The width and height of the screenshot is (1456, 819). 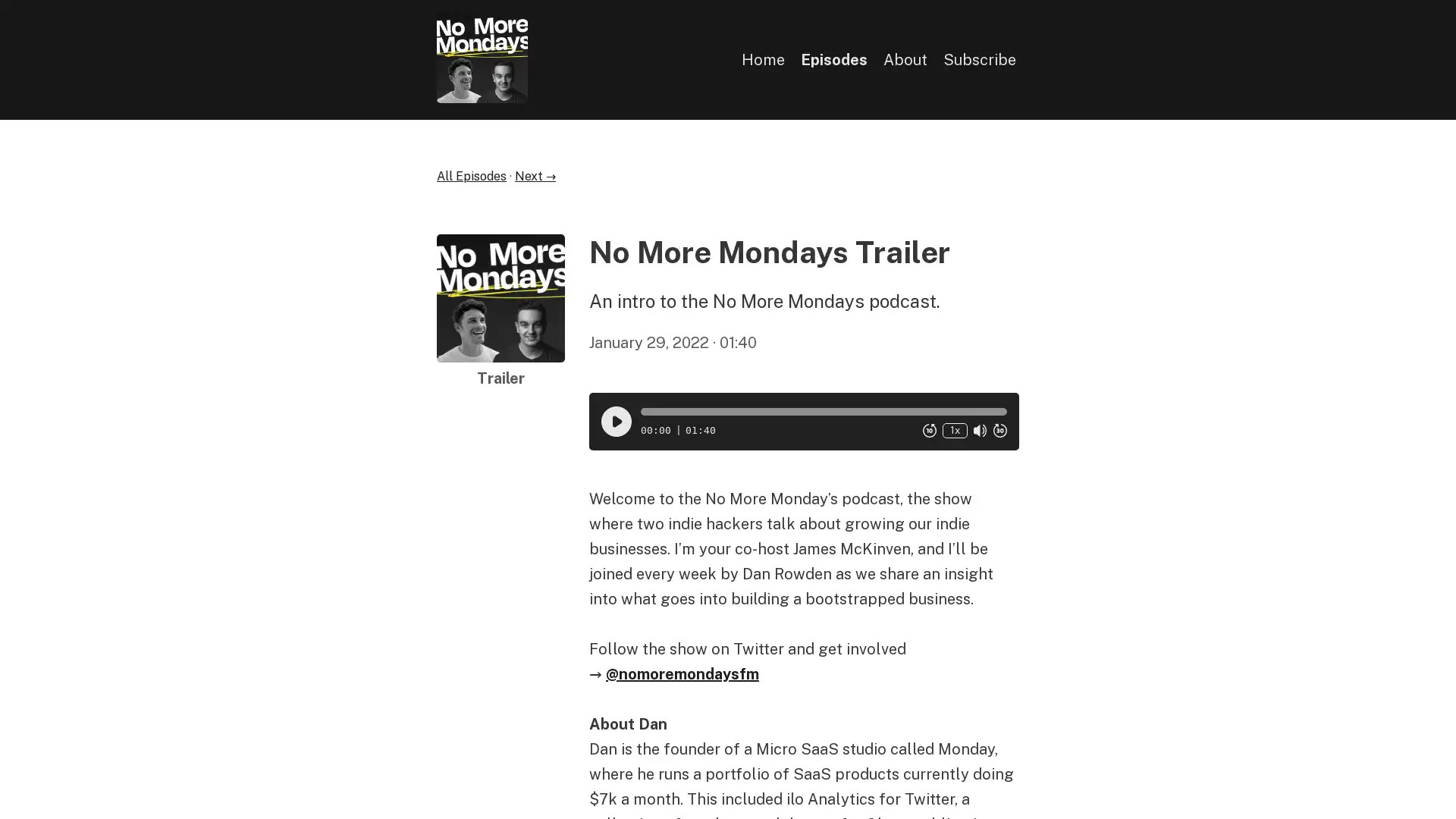 What do you see at coordinates (928, 430) in the screenshot?
I see `rewind` at bounding box center [928, 430].